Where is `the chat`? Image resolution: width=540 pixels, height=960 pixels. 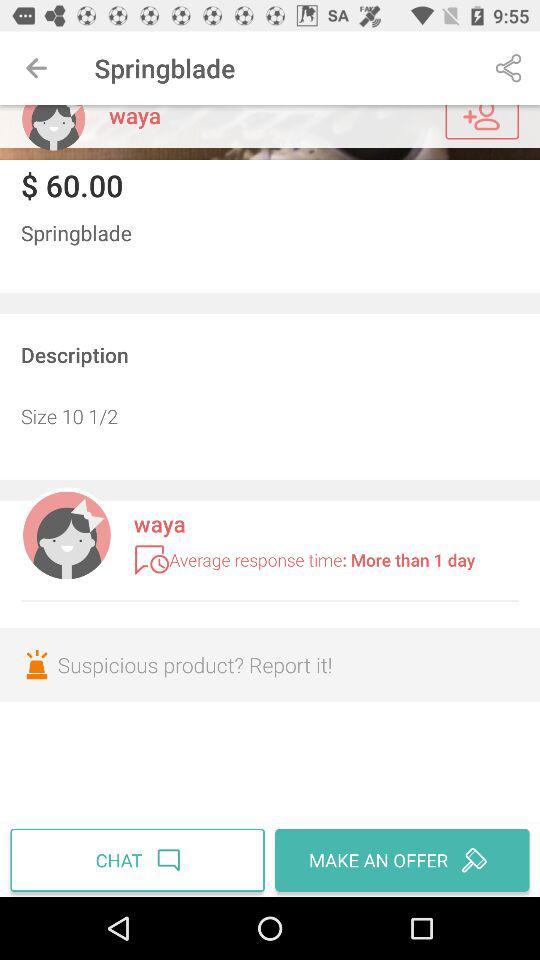
the chat is located at coordinates (139, 859).